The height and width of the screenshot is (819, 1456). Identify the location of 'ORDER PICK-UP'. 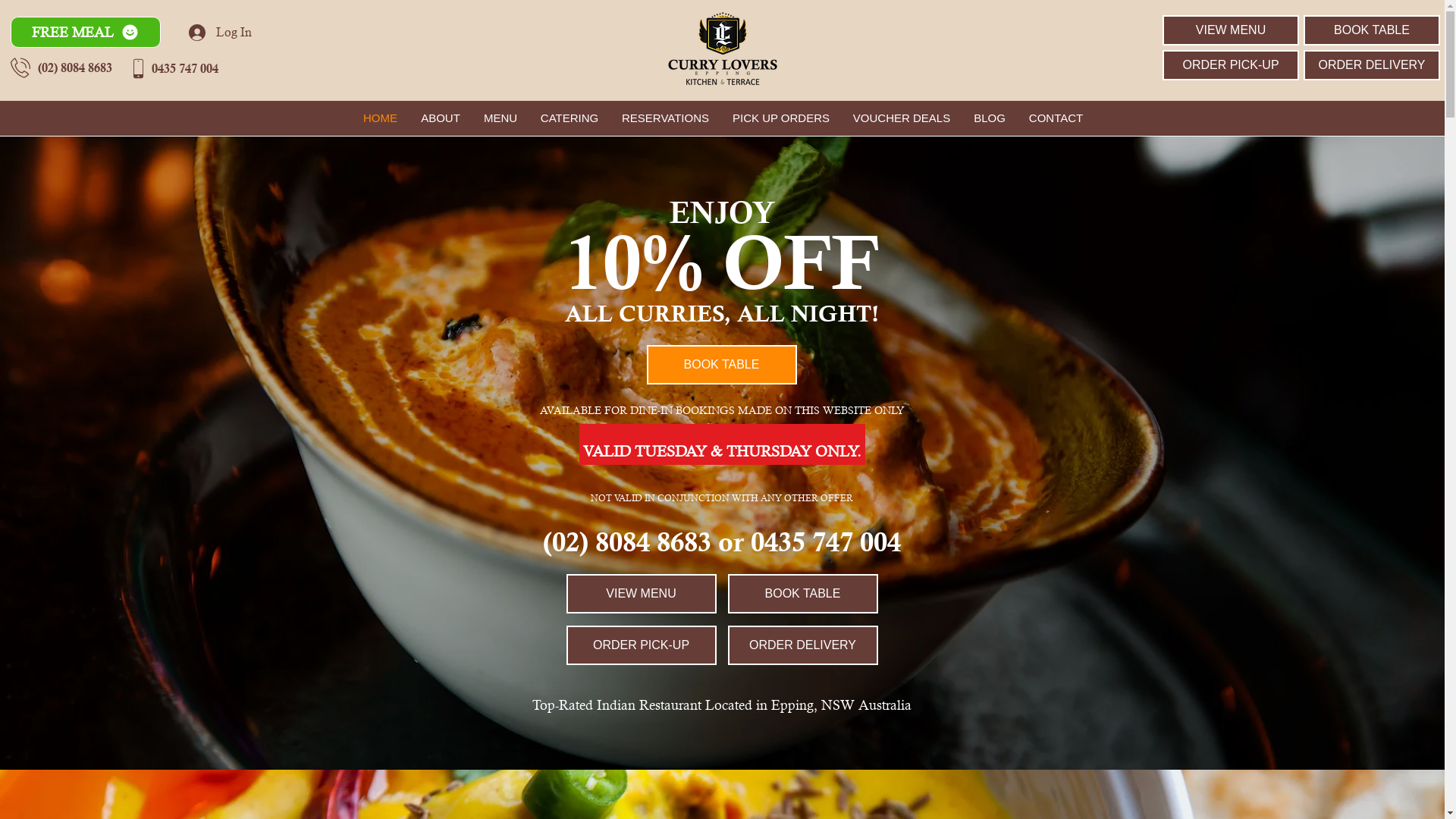
(640, 645).